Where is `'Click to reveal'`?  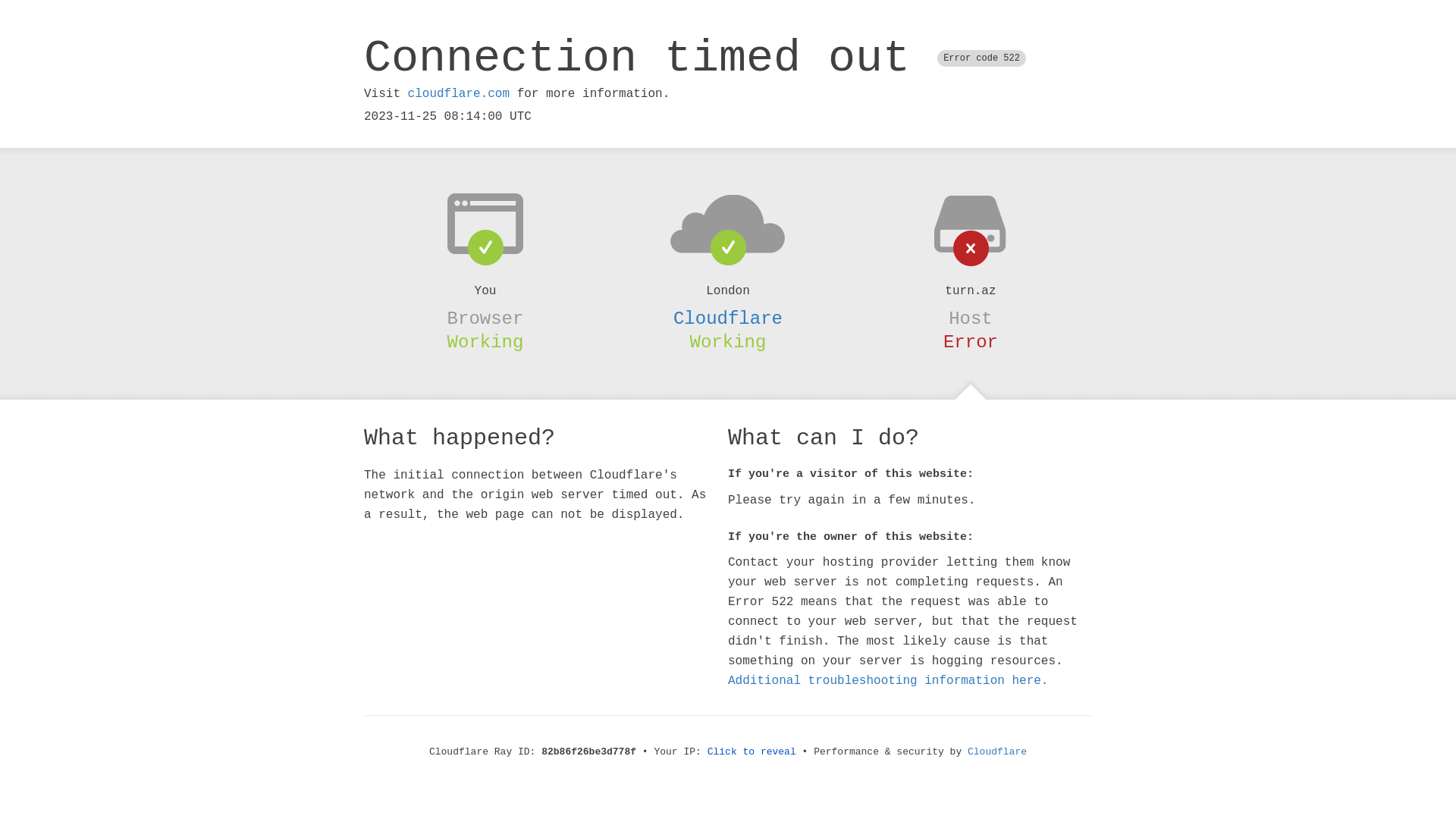 'Click to reveal' is located at coordinates (752, 752).